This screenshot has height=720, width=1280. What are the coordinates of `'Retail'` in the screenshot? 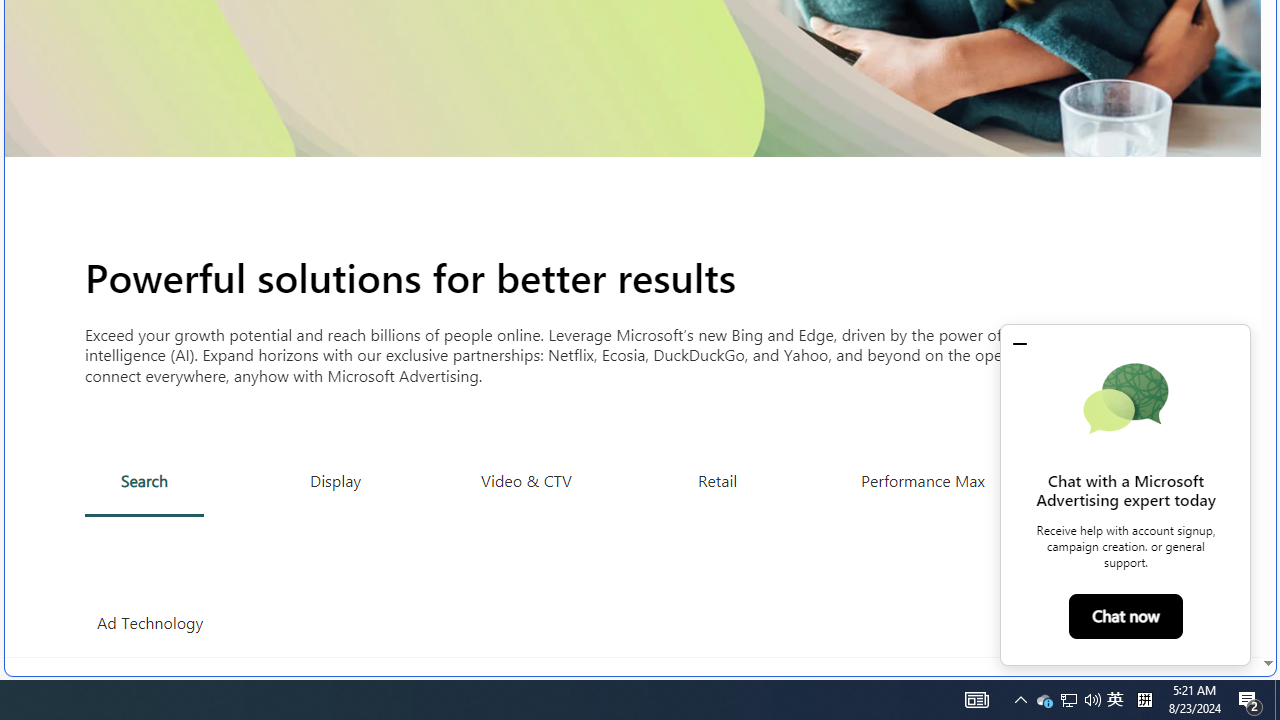 It's located at (717, 480).